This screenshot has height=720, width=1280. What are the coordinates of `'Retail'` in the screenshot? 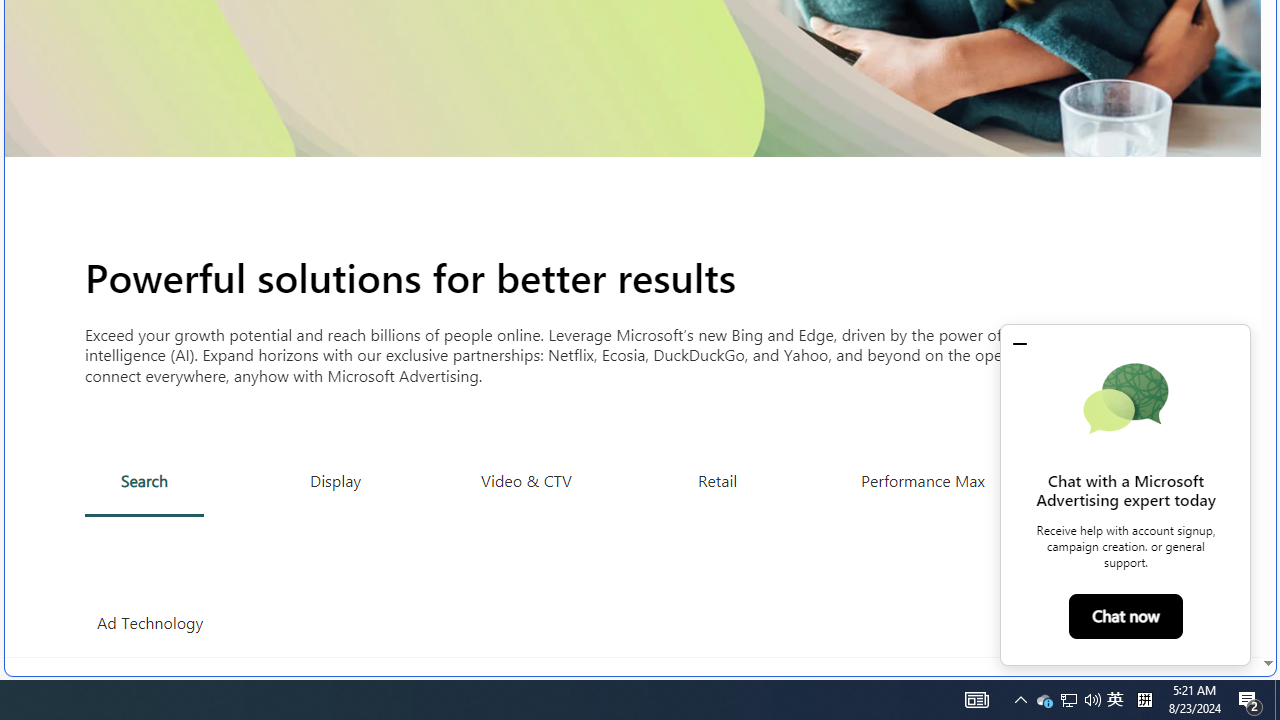 It's located at (717, 480).